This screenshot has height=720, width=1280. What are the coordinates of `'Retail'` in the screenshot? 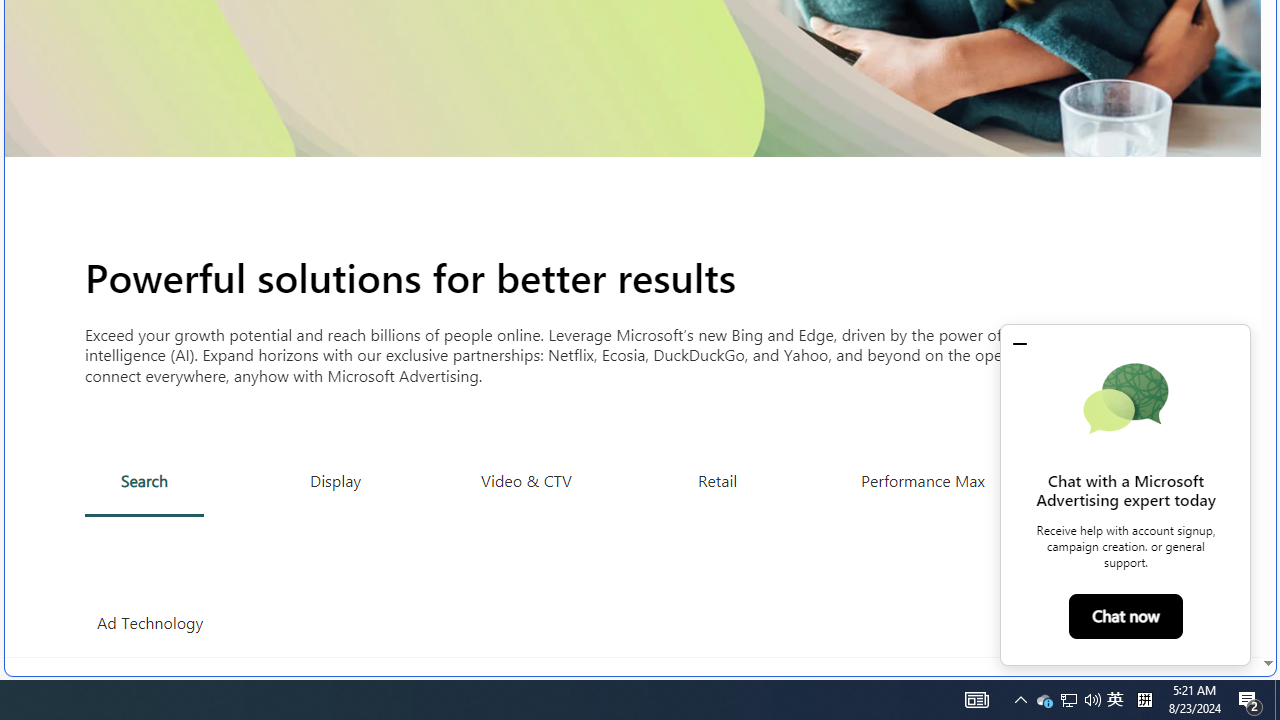 It's located at (717, 480).